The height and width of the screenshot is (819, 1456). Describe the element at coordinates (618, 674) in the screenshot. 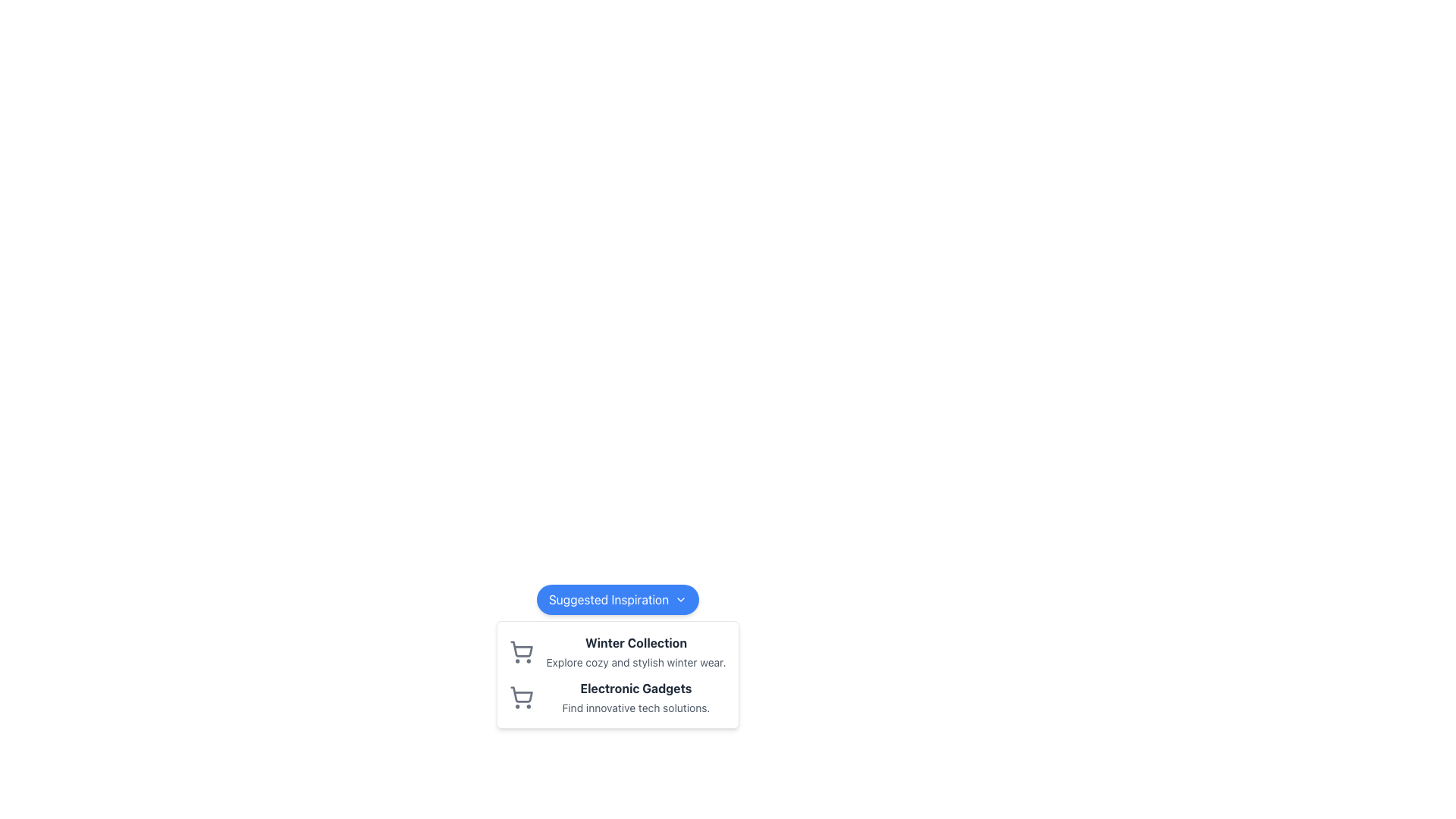

I see `the individual sections or titles within the Popup box containing item categories, positioned directly below the 'Suggested Inspiration' button` at that location.